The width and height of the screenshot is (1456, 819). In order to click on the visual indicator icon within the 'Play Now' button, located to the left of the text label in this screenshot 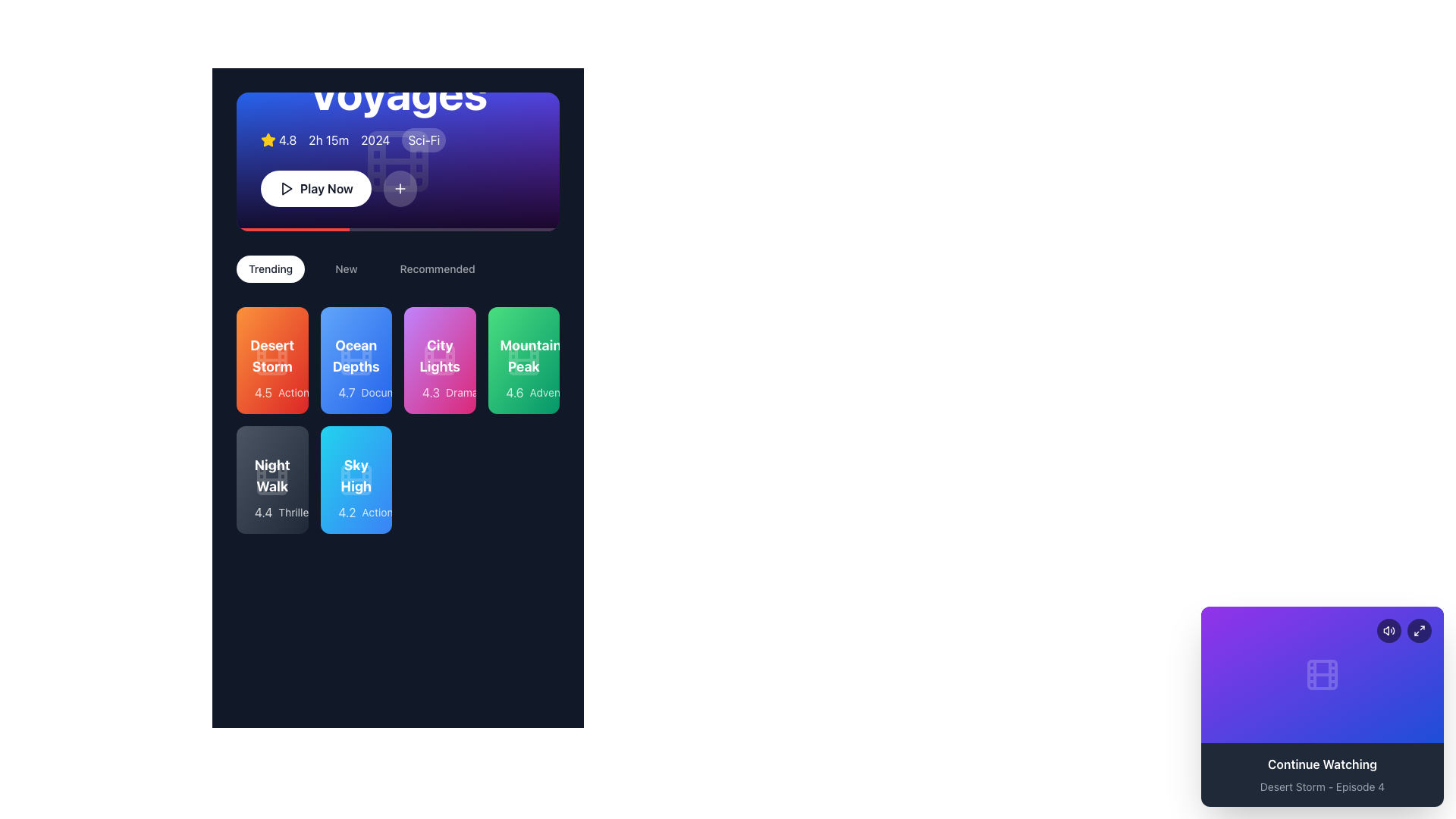, I will do `click(287, 187)`.